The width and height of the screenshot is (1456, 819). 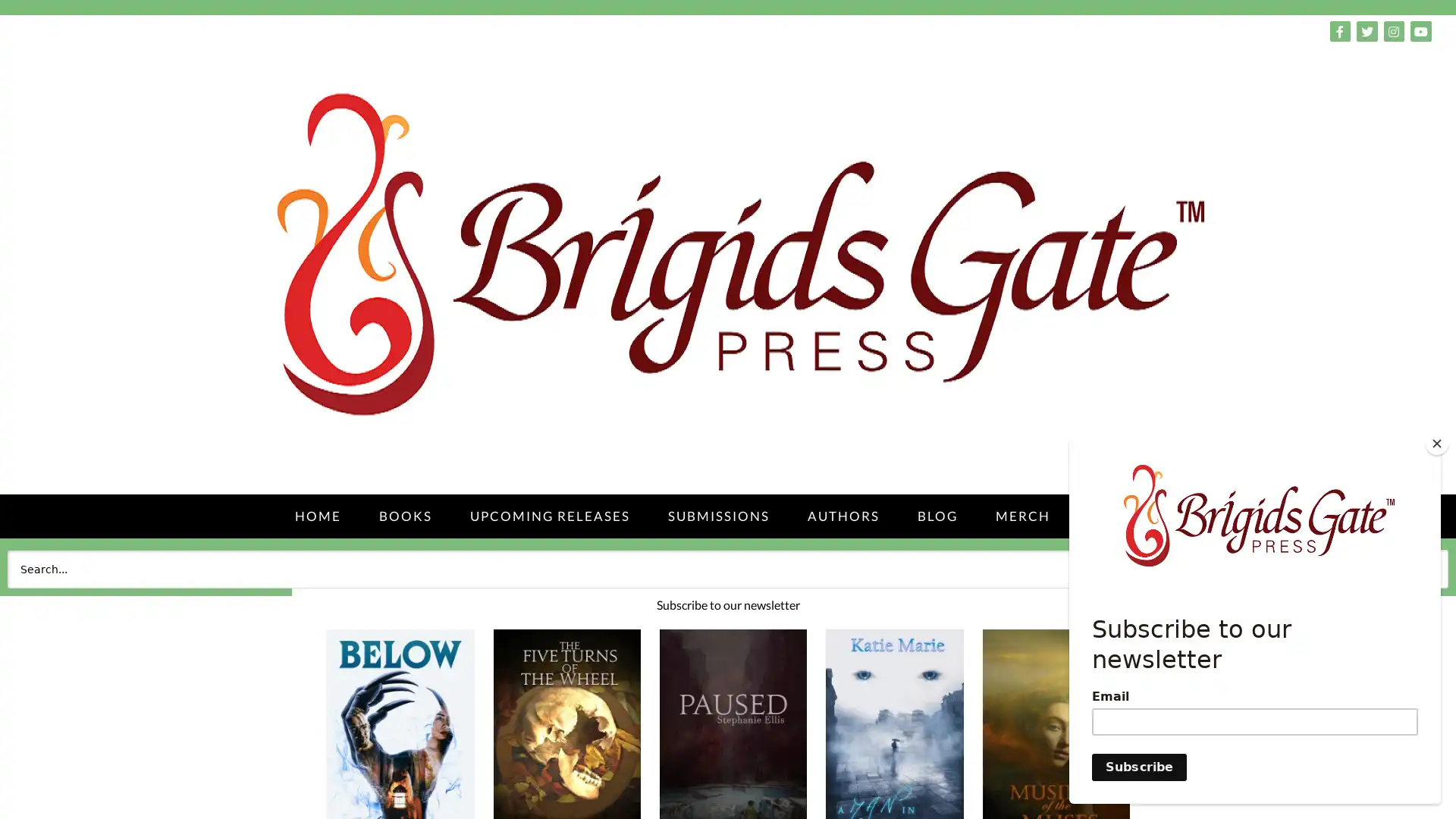 What do you see at coordinates (1414, 568) in the screenshot?
I see `Search` at bounding box center [1414, 568].